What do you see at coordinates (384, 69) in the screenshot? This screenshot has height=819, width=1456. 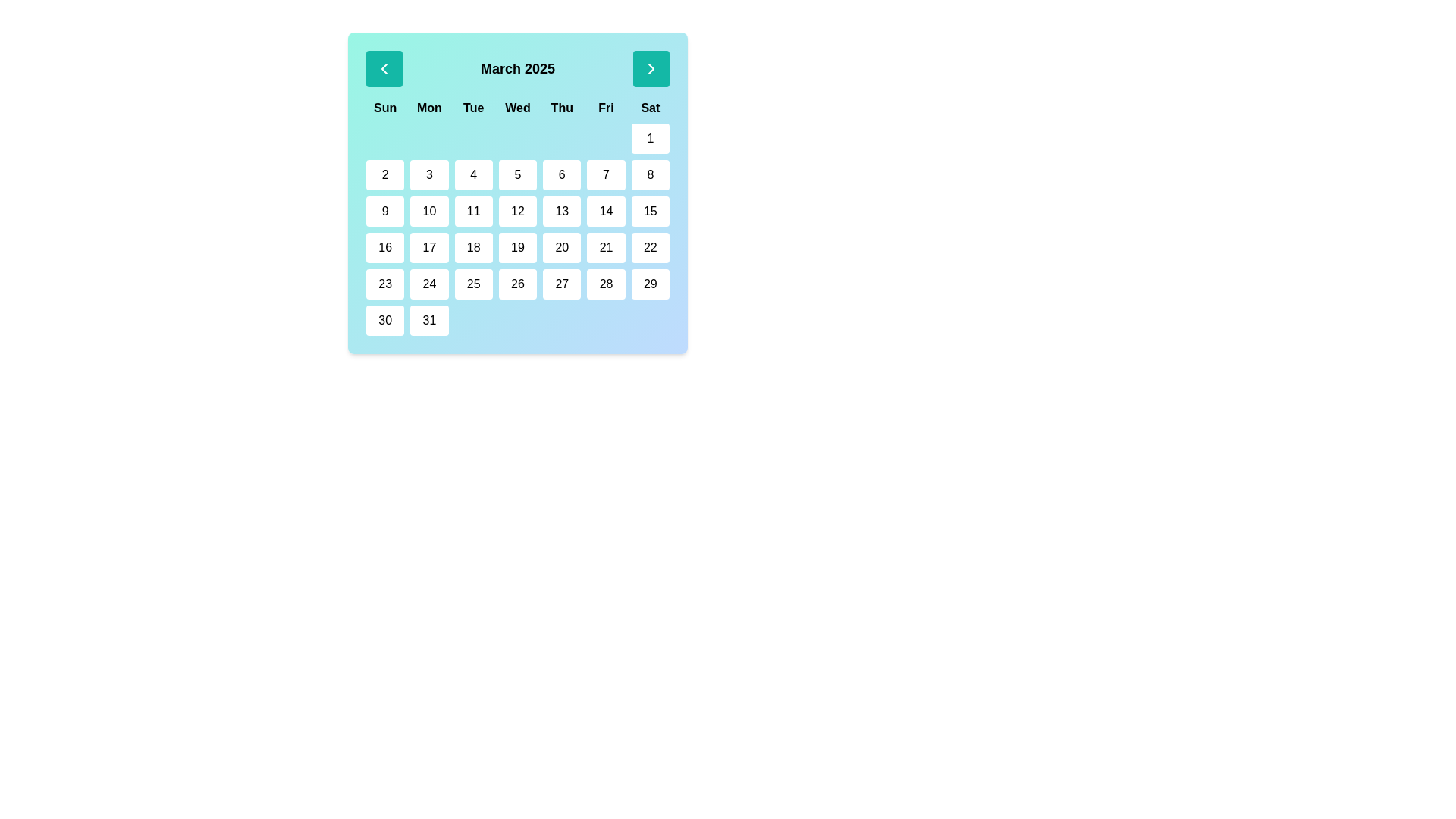 I see `the navigation button on the left side of the calendar header labeled 'March 2025'` at bounding box center [384, 69].